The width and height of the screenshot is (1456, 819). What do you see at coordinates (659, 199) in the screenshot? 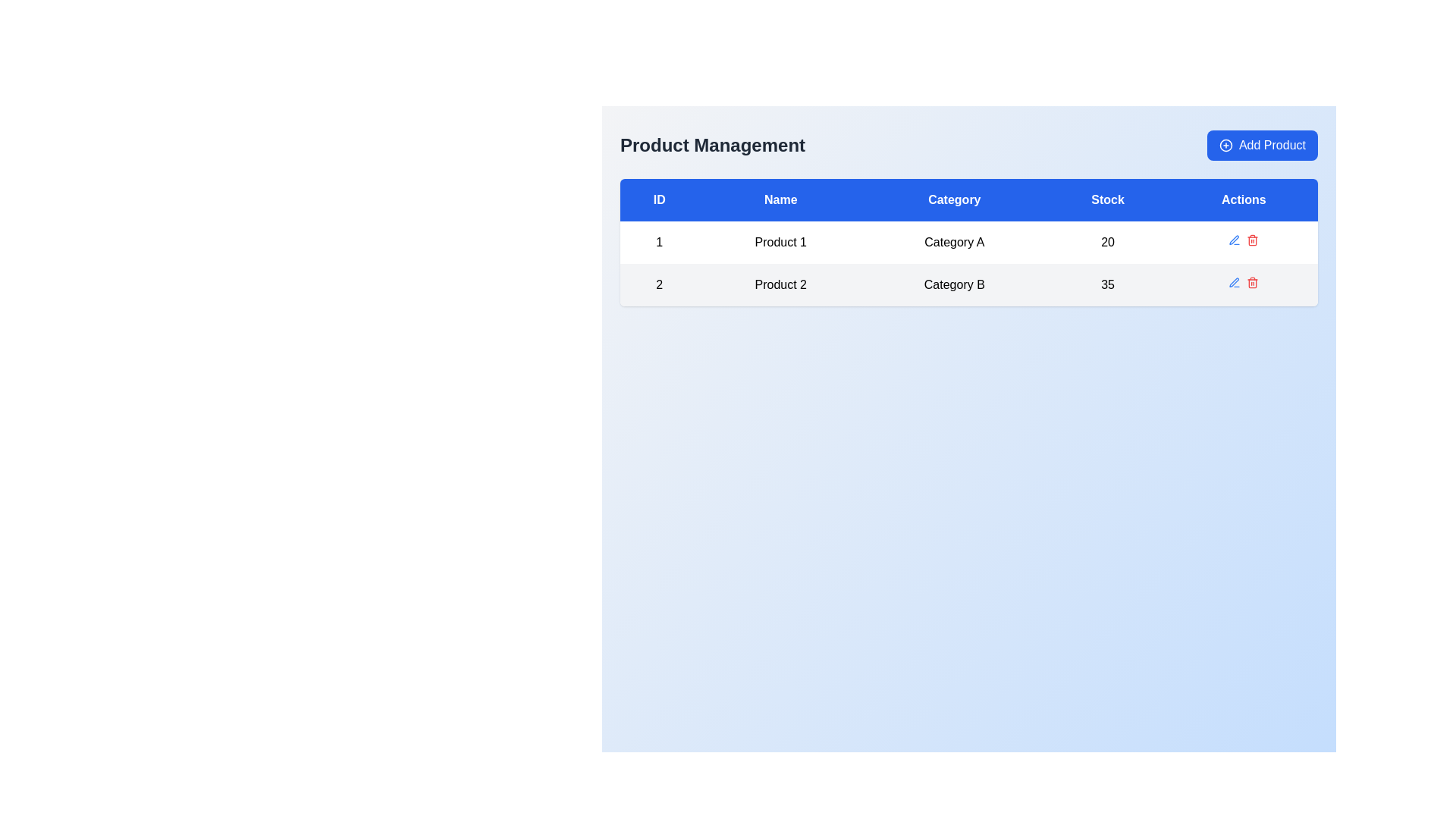
I see `the header label for the first column of the table, which displays unique identifiers for the table rows` at bounding box center [659, 199].